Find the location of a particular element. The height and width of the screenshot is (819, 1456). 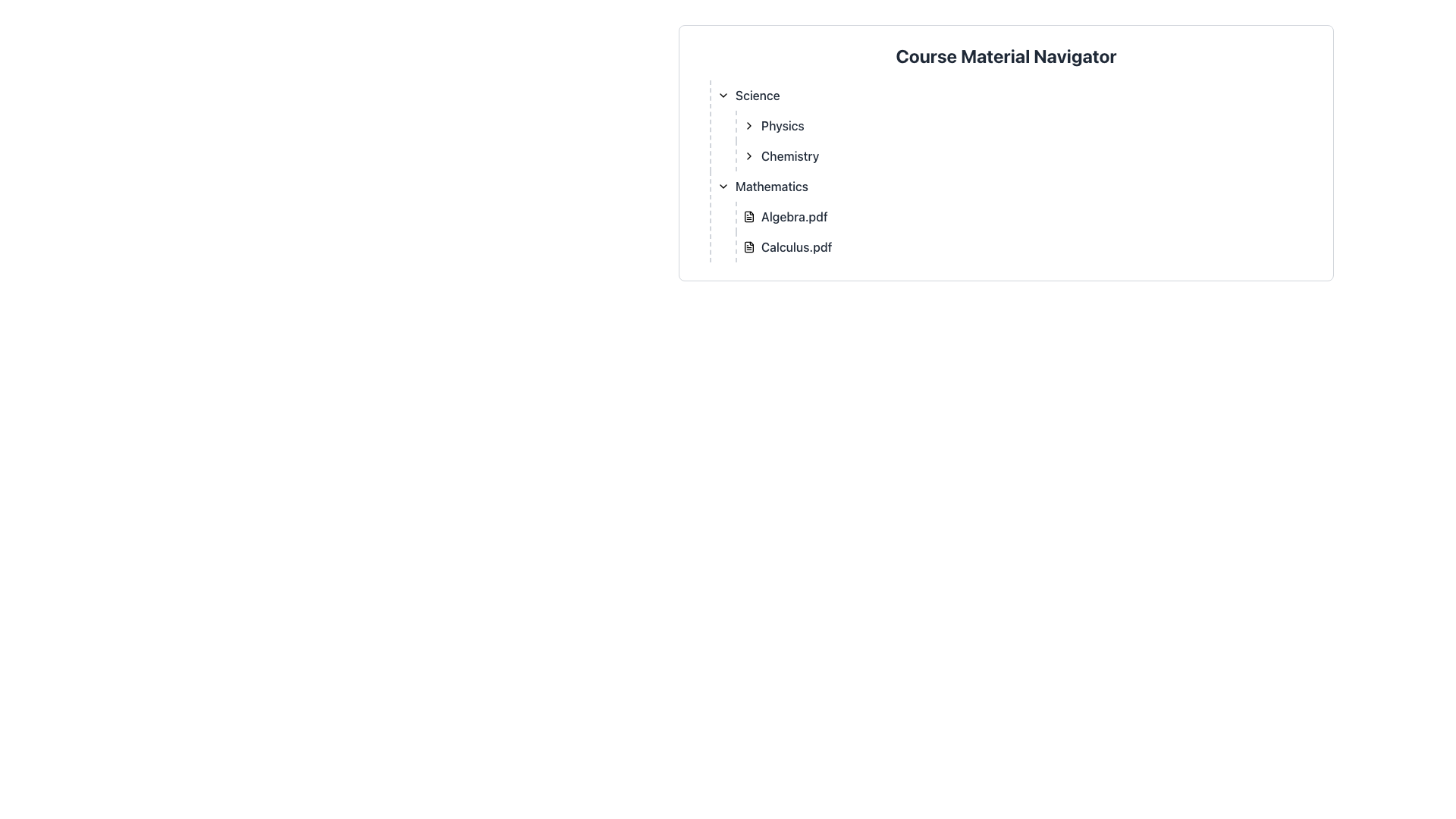

the 'Physics' text label, which is a medium-weight gray text indicating a course material under the 'Science' category in a tree-like interface is located at coordinates (783, 124).